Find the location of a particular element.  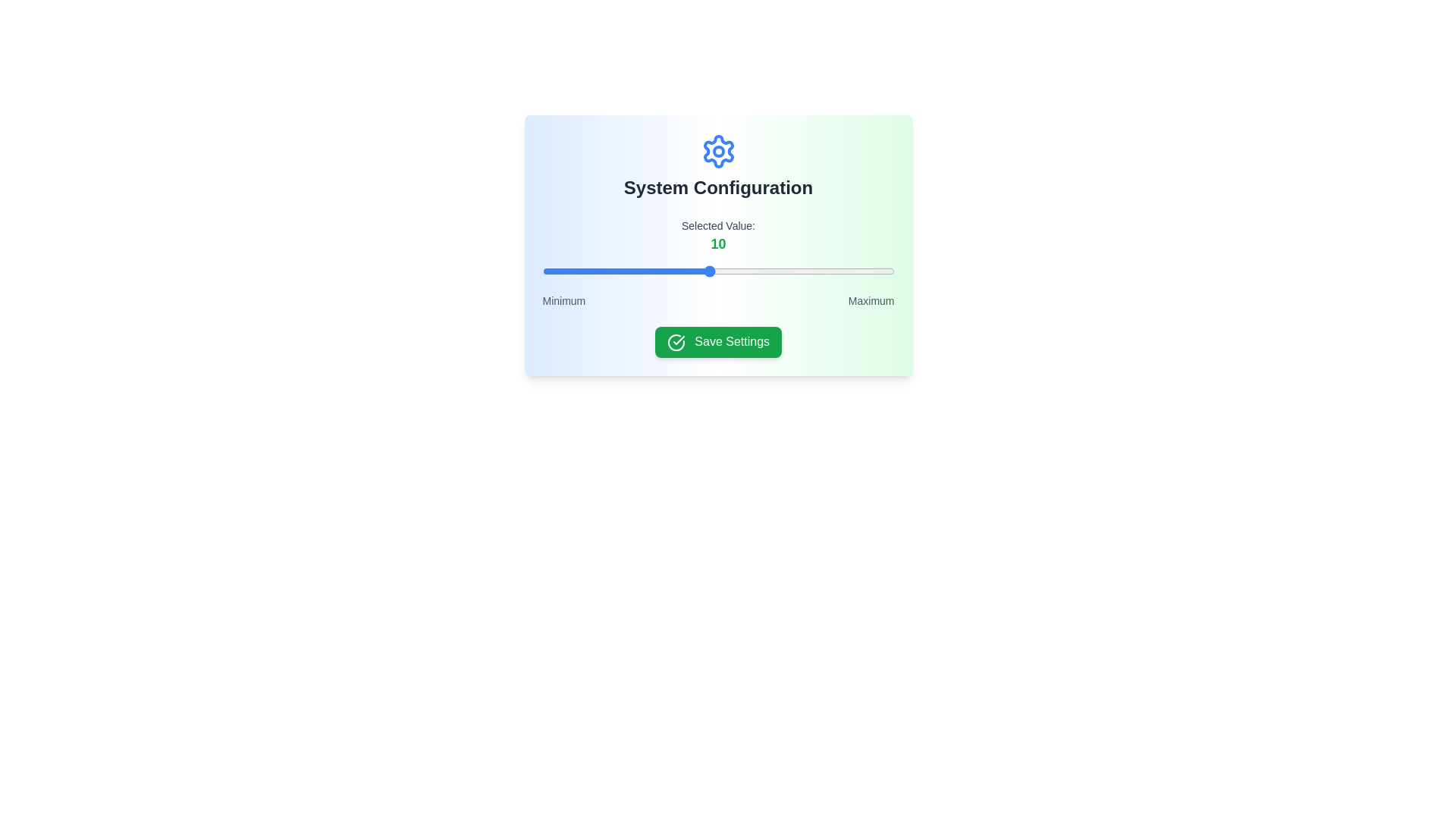

'Save Settings' button is located at coordinates (717, 342).